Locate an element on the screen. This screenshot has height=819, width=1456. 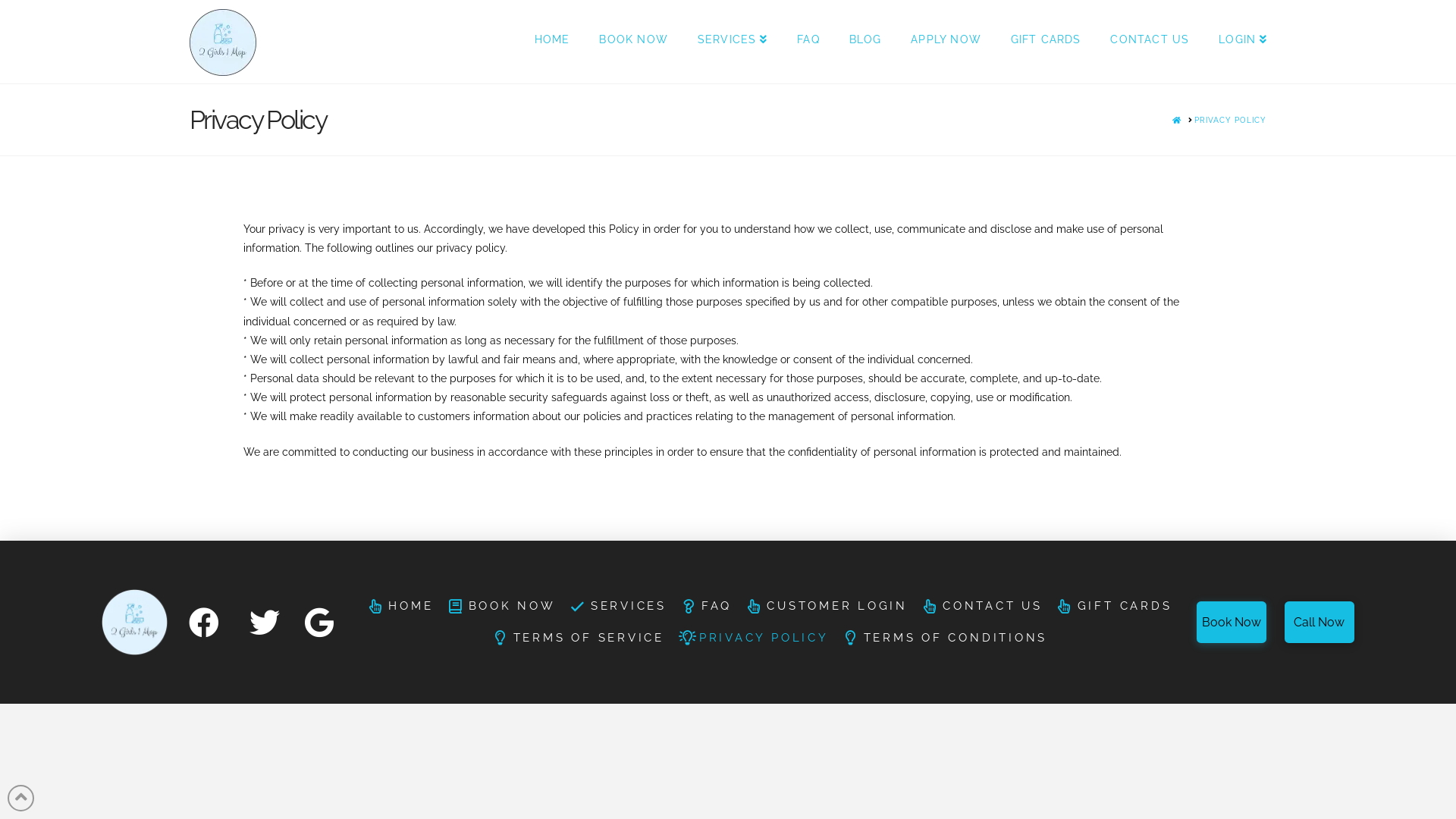
'Call Now' is located at coordinates (1284, 622).